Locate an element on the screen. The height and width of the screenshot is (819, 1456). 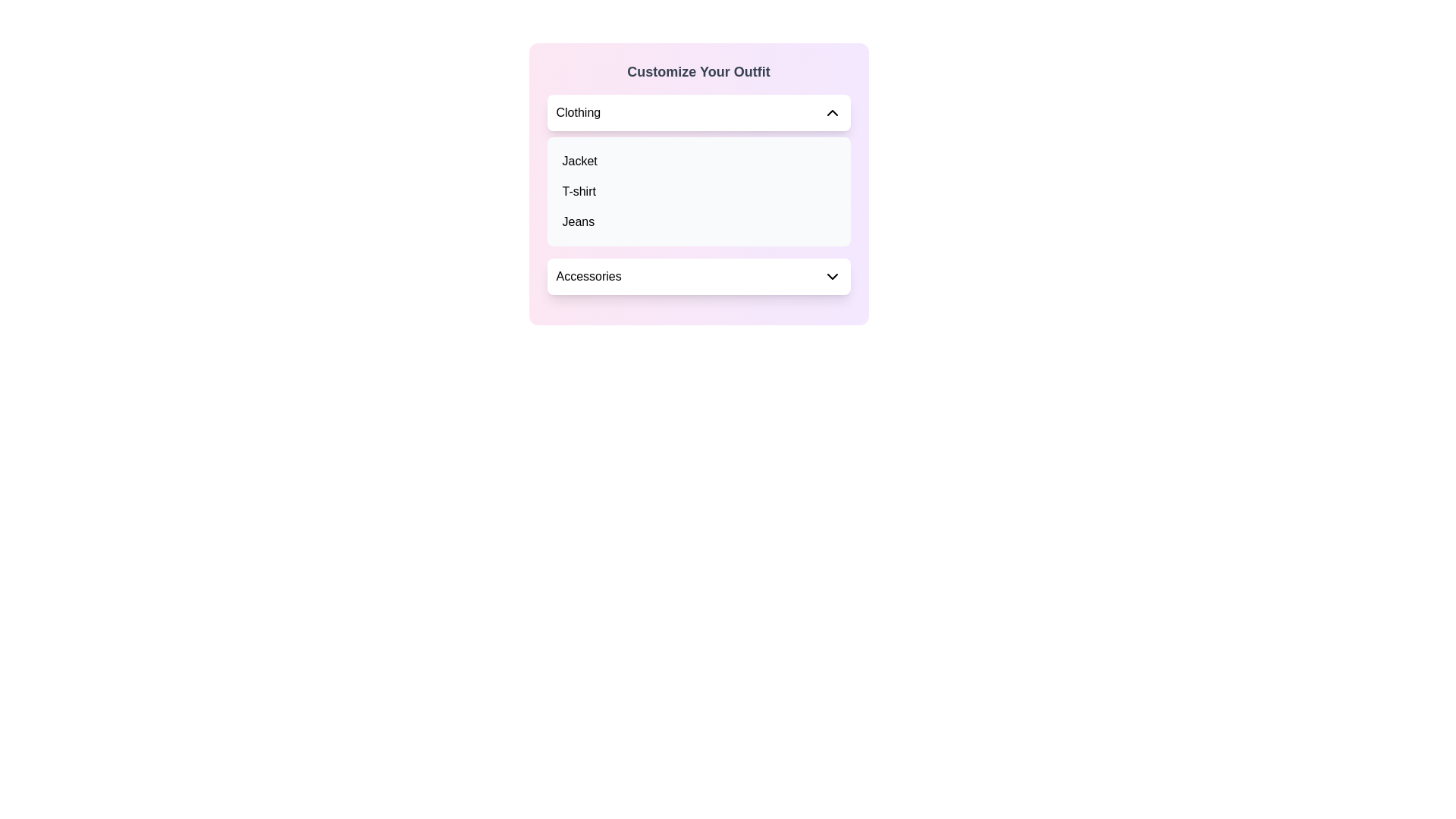
the text label that serves as a title for the outfit customization section is located at coordinates (698, 72).